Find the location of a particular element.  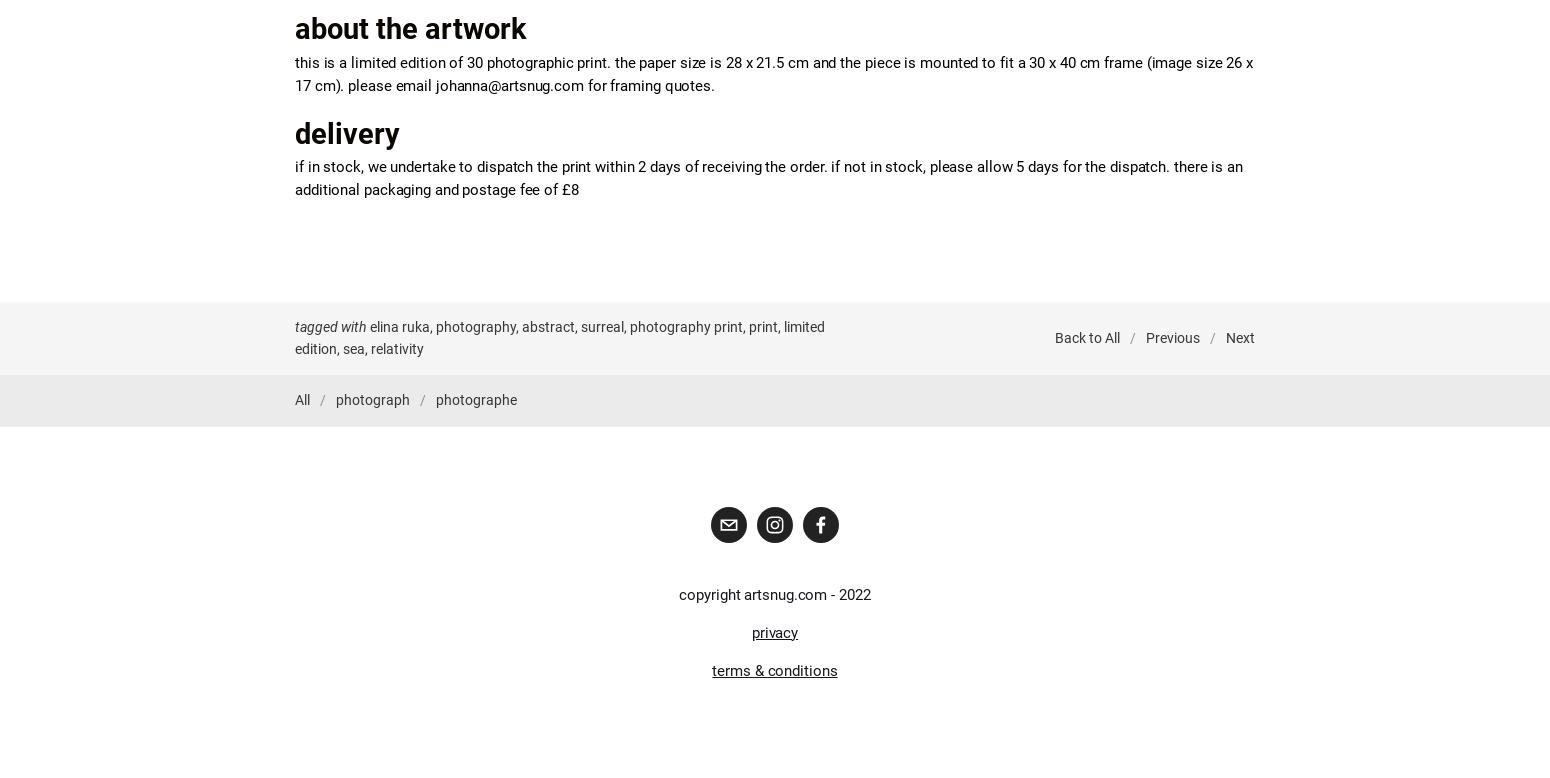

'elina ruka' is located at coordinates (368, 325).